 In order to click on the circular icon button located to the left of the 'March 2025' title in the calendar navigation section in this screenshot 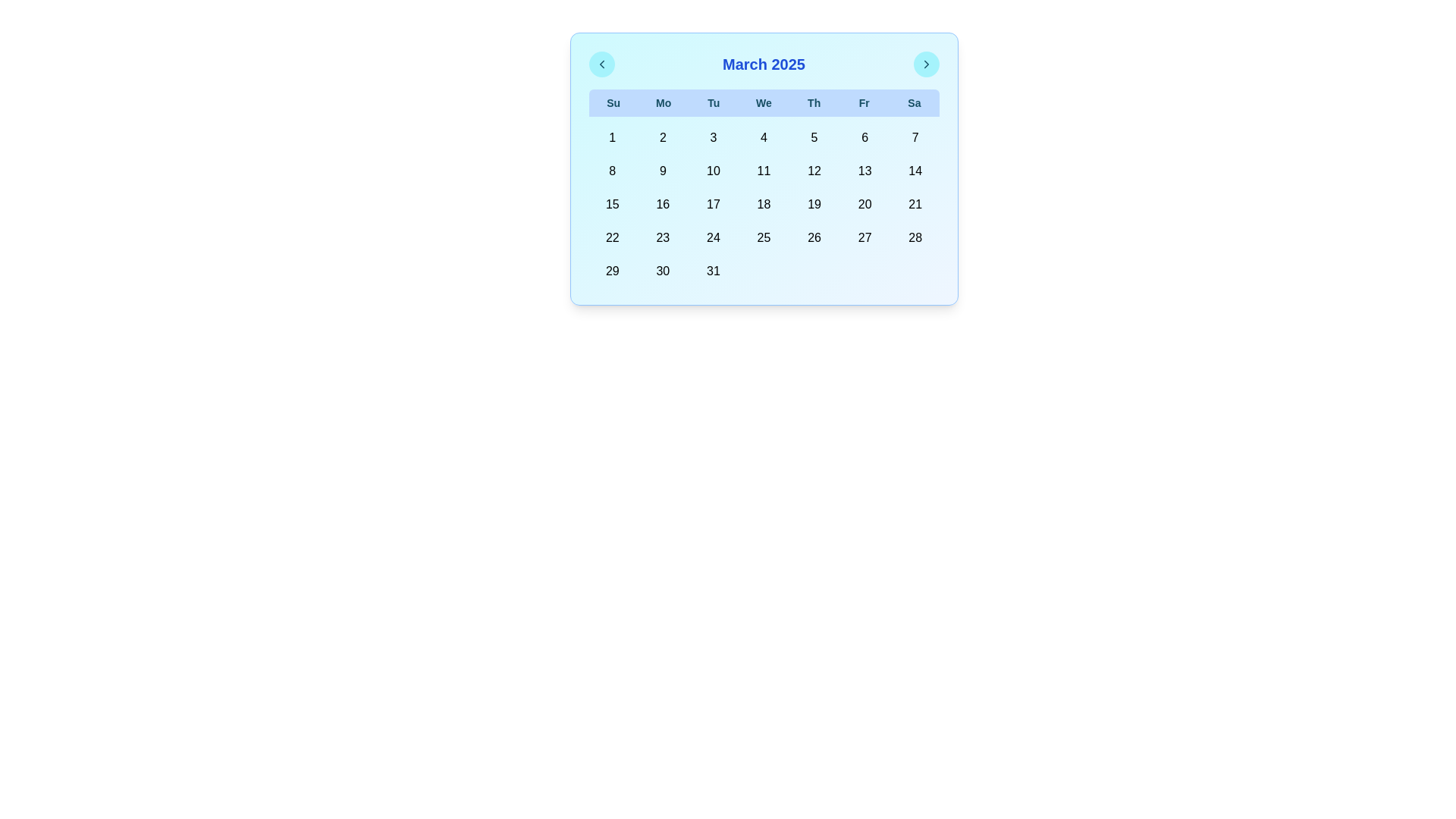, I will do `click(601, 63)`.